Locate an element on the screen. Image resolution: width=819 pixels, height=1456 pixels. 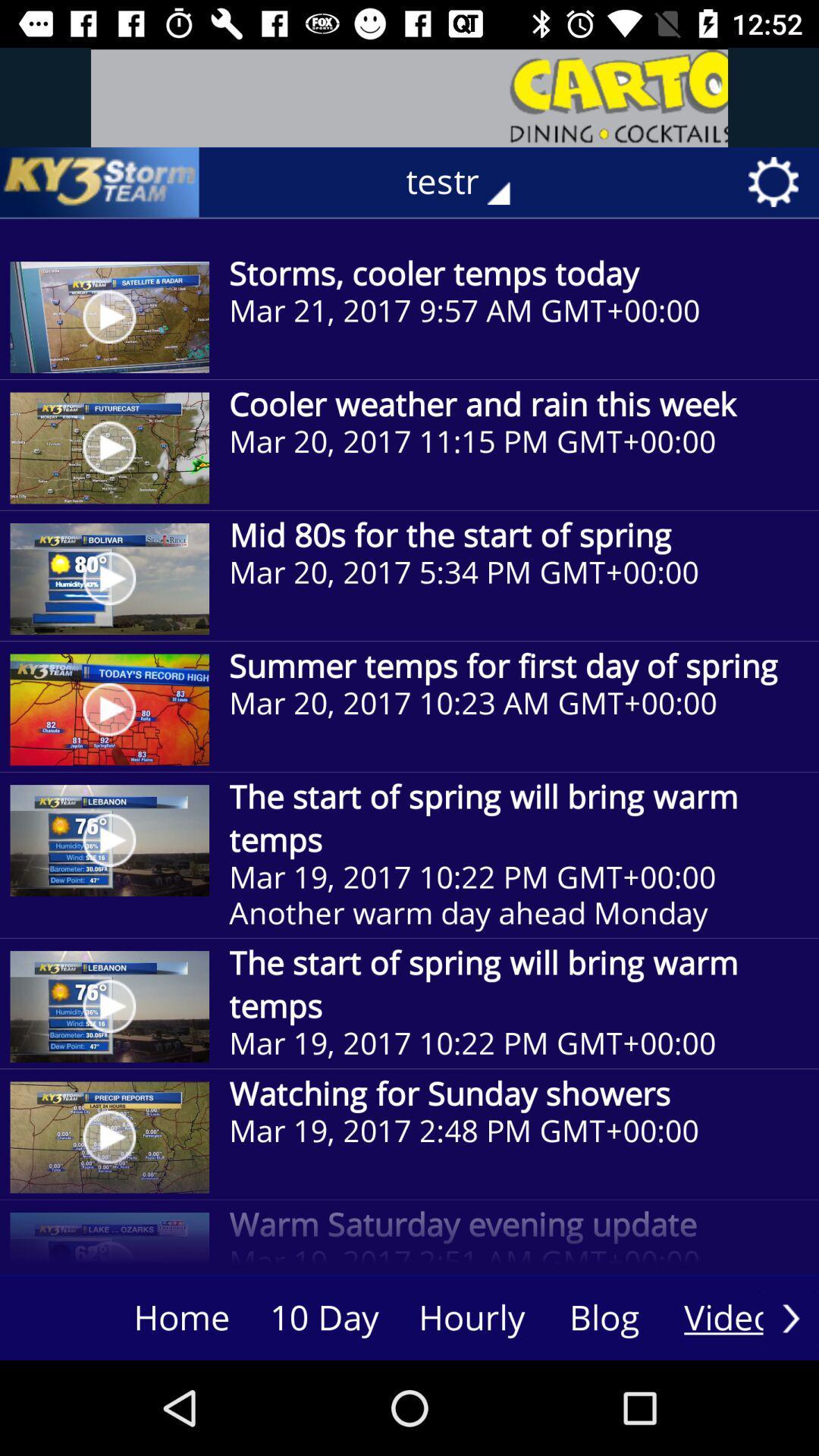
the item next to the testr item is located at coordinates (99, 182).